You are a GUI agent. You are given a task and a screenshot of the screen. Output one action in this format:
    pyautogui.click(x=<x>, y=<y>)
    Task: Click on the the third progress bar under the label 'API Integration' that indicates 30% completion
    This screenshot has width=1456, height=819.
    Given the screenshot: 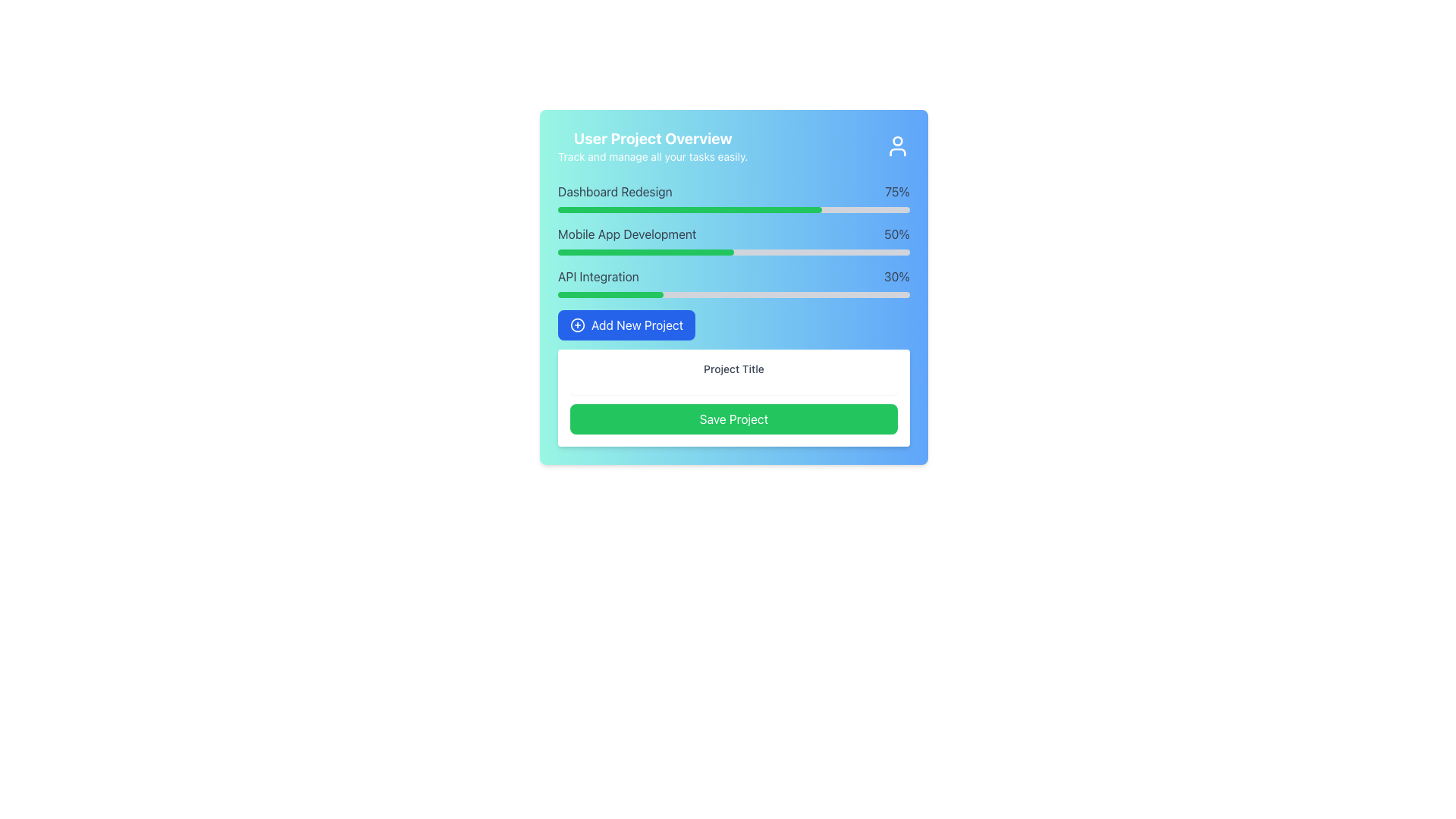 What is the action you would take?
    pyautogui.click(x=734, y=295)
    